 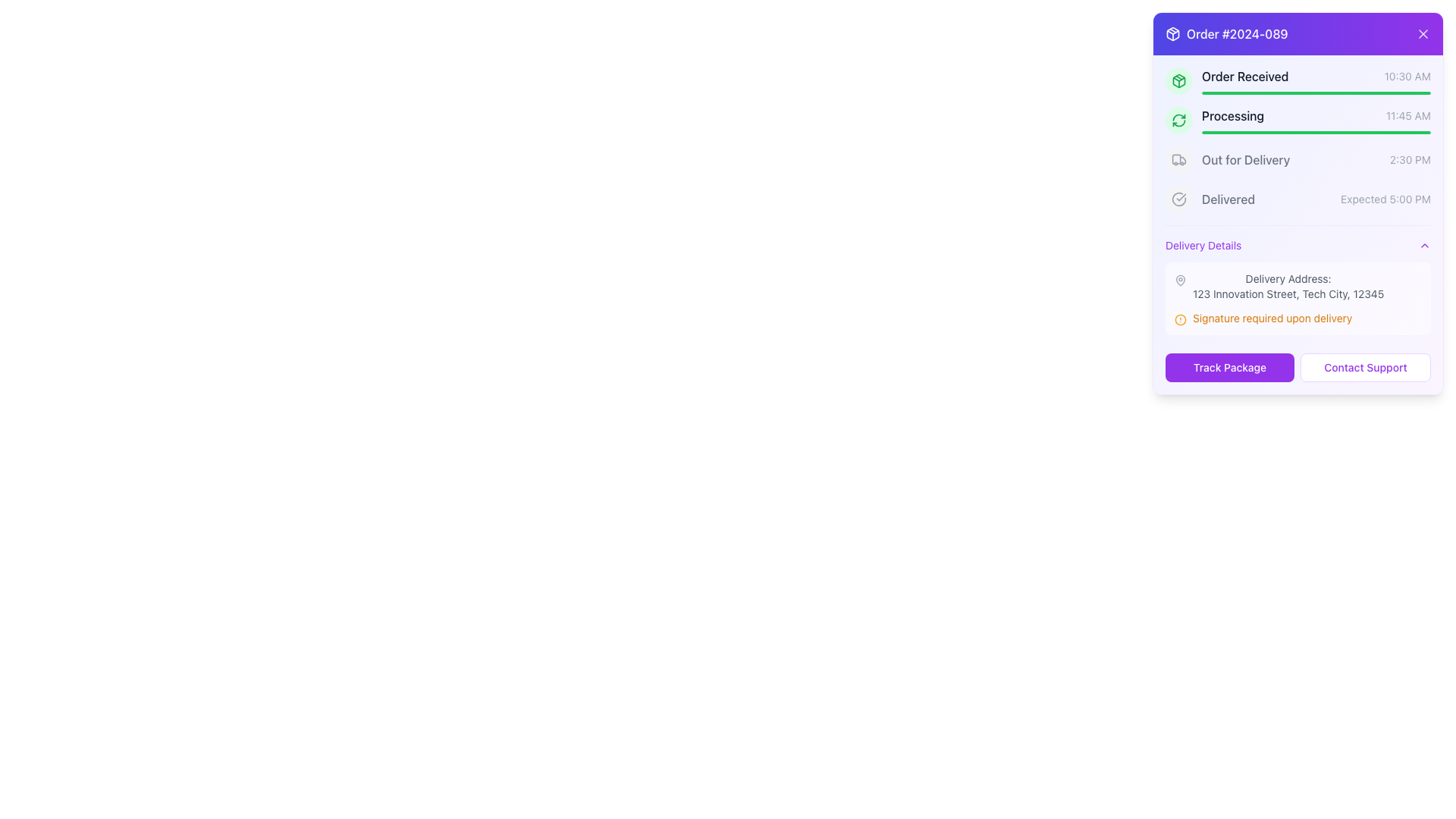 I want to click on the decorative icon indicating 'Out for Delivery' status, which is located to the left of the text 'Out for Delivery' and above '2:30 PM', so click(x=1178, y=160).